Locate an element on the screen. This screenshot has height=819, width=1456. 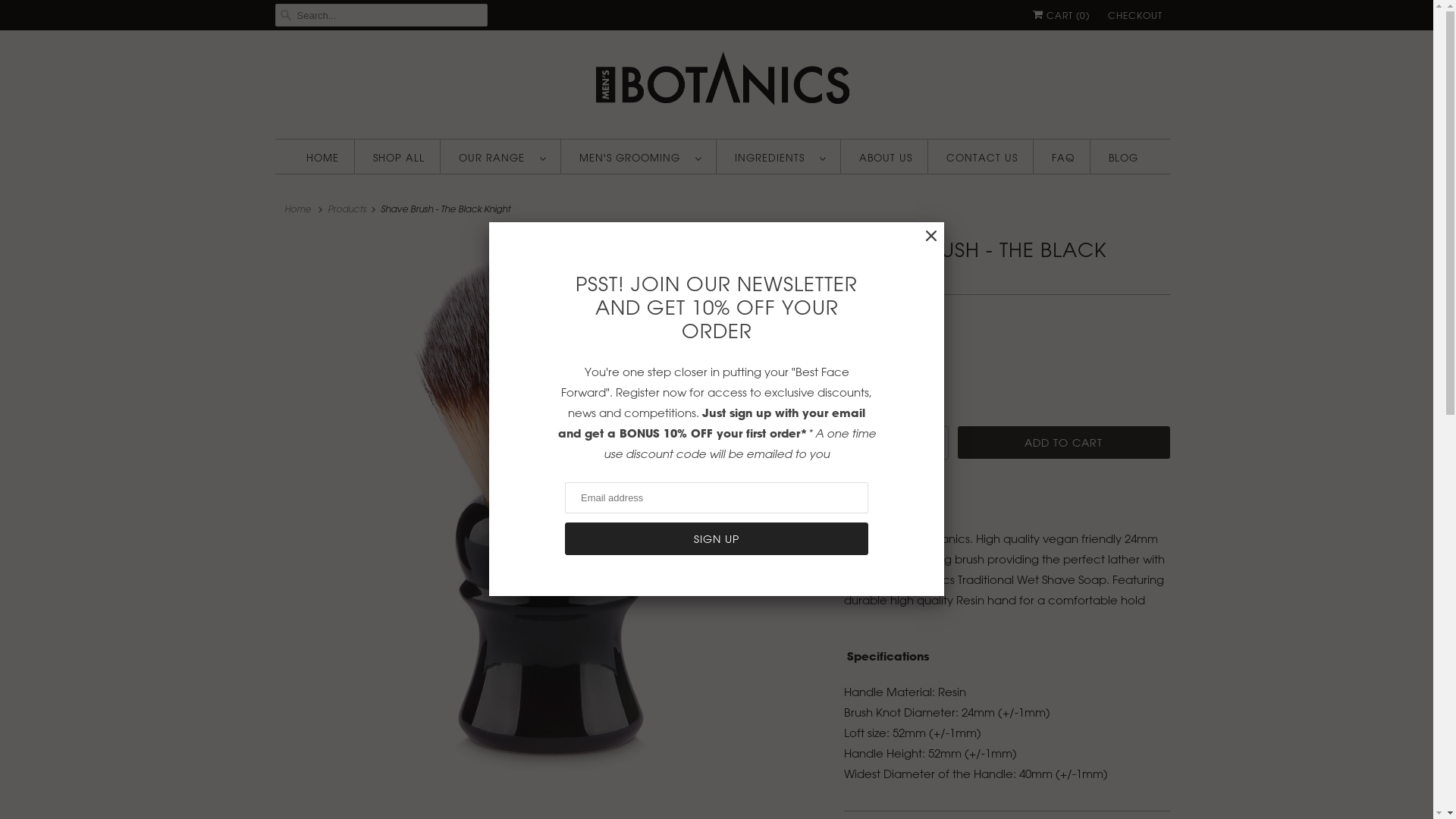
'Shave Brush  - The Black Knight' is located at coordinates (551, 510).